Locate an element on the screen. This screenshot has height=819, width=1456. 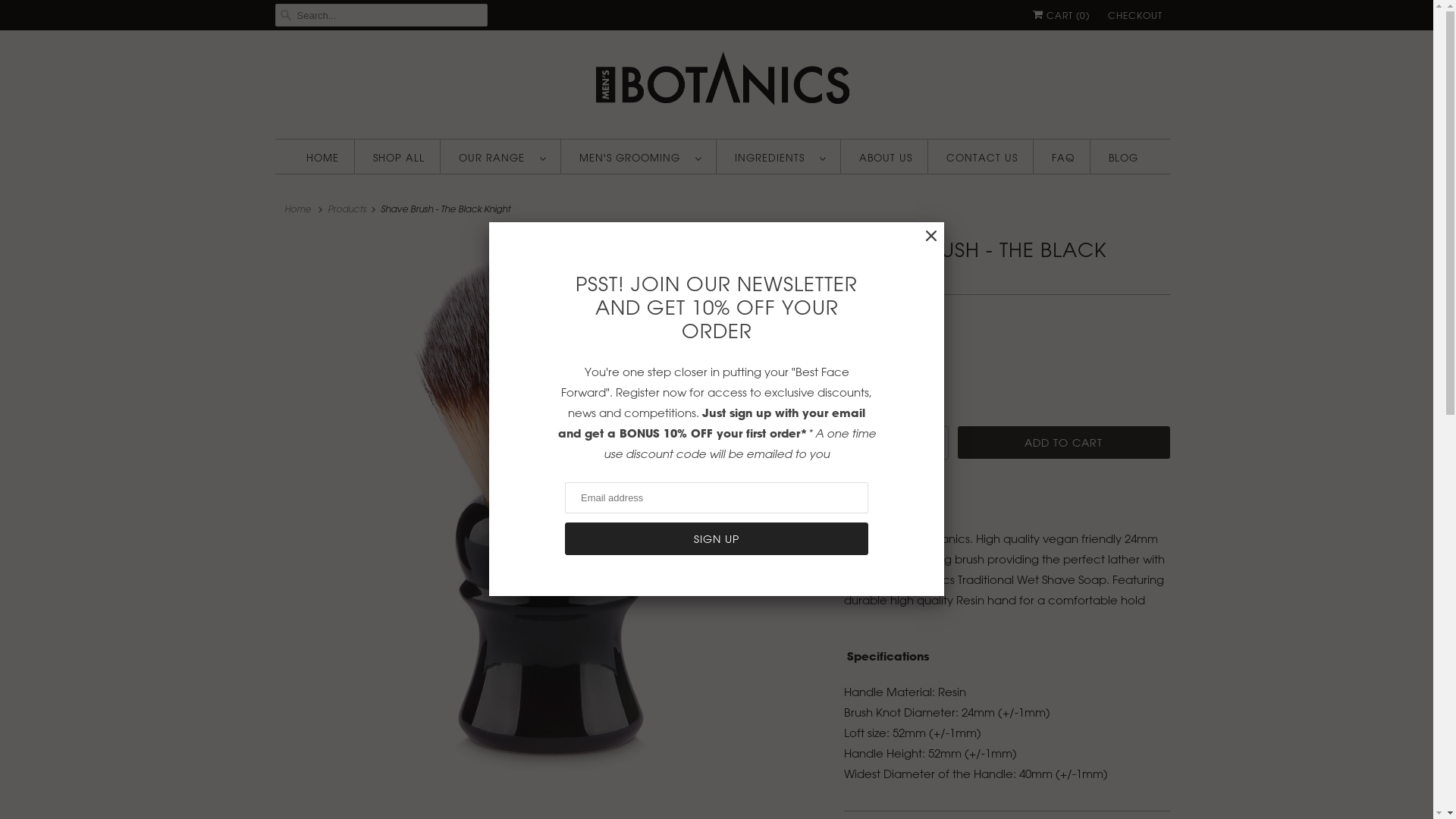
'Shave Brush  - The Black Knight' is located at coordinates (551, 510).